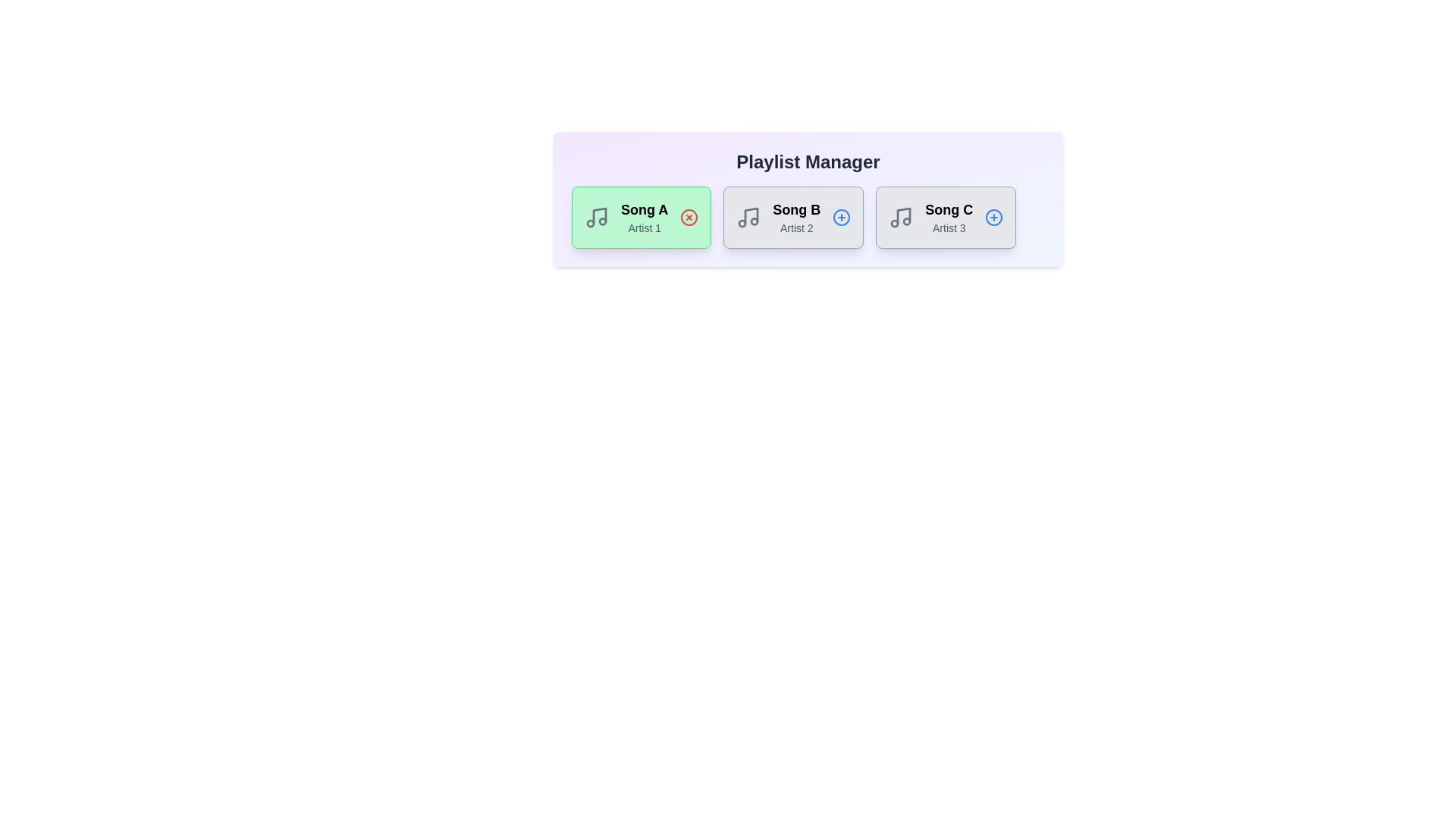 The width and height of the screenshot is (1456, 819). Describe the element at coordinates (945, 217) in the screenshot. I see `the song card for Song C to observe the hover effect` at that location.